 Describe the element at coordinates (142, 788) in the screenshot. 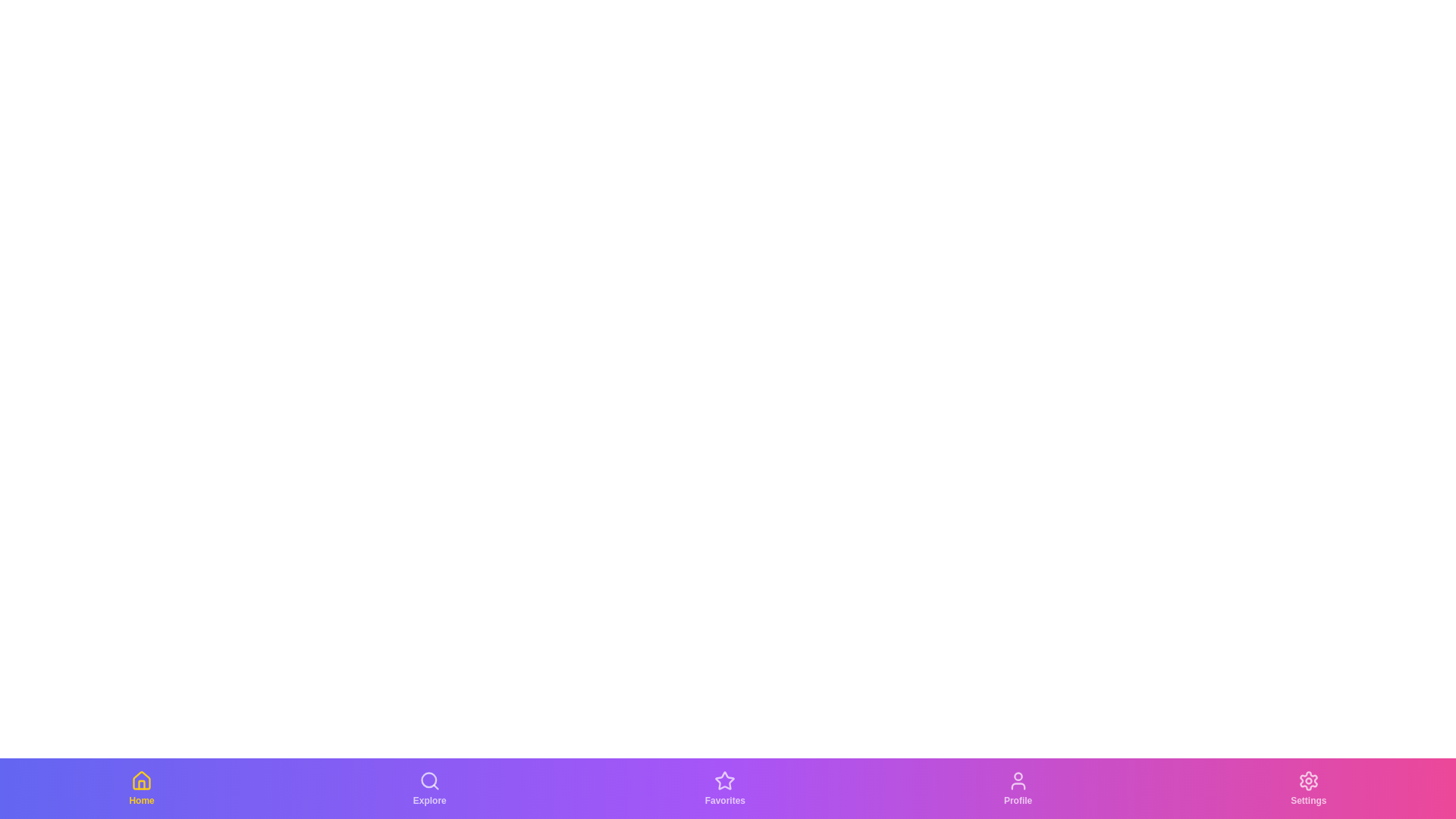

I see `the Home tab in the bottom navigation bar to switch to its corresponding view` at that location.